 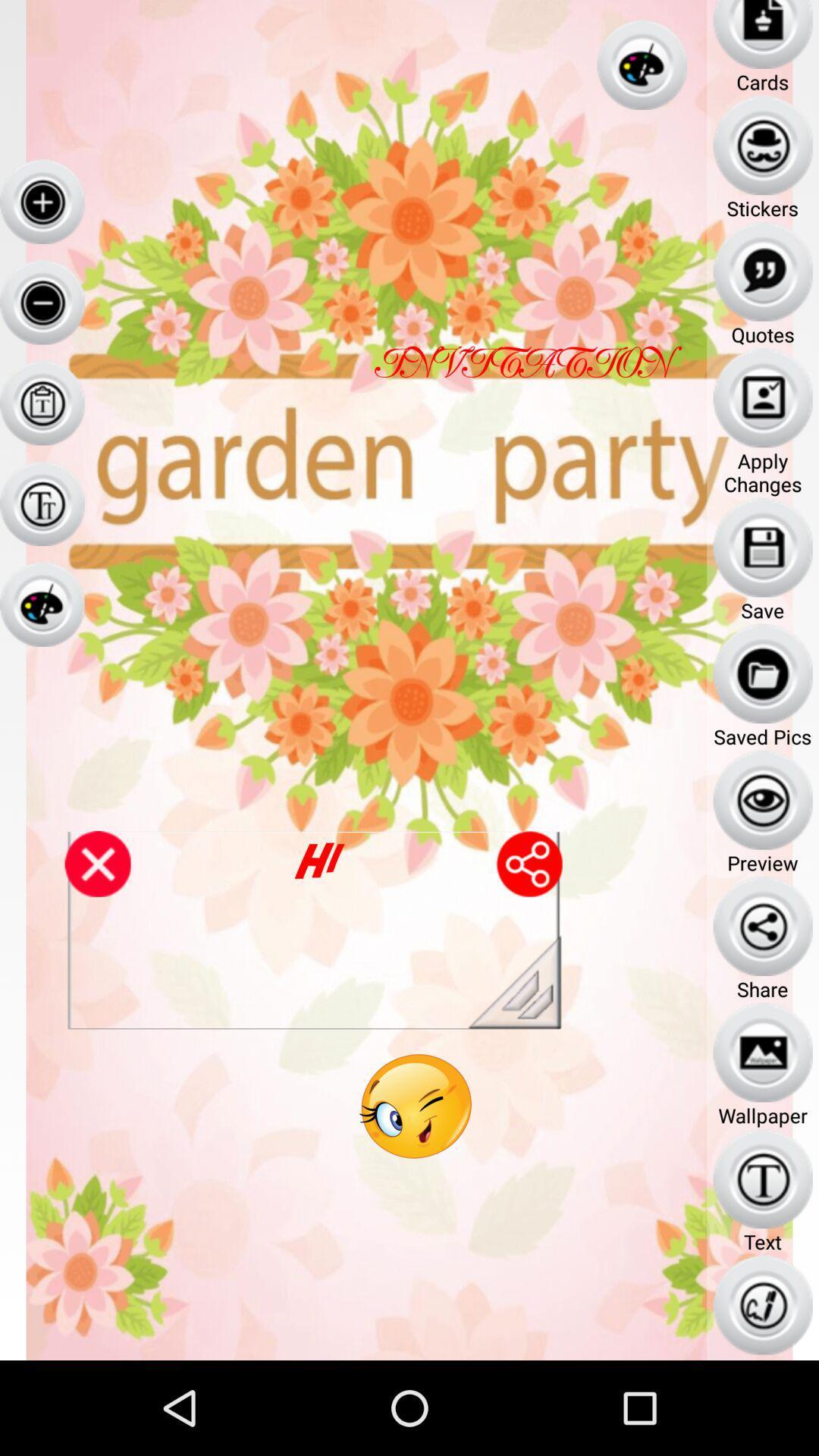 What do you see at coordinates (97, 924) in the screenshot?
I see `the close icon` at bounding box center [97, 924].